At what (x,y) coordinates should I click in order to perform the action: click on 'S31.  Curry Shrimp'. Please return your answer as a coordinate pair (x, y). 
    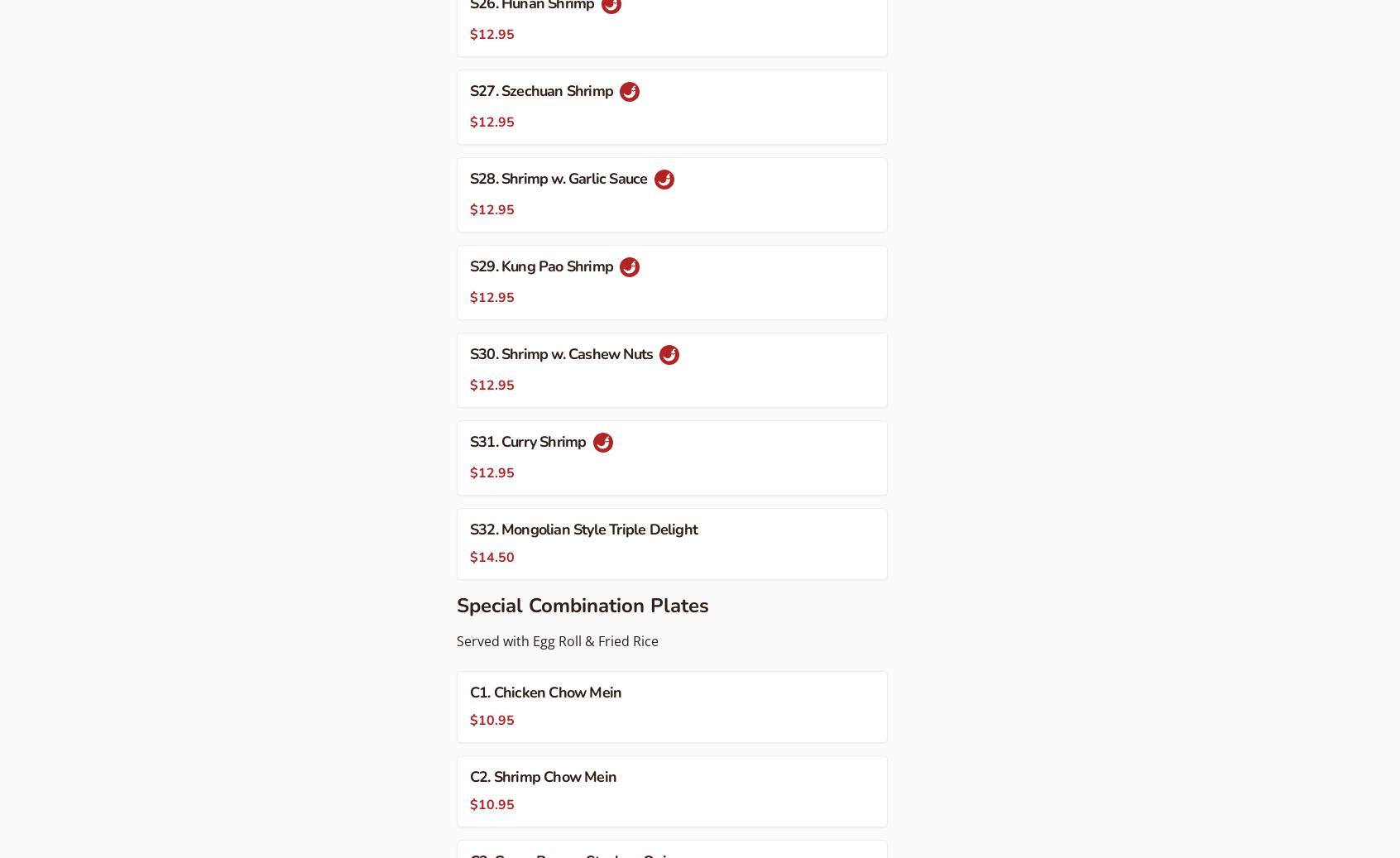
    Looking at the image, I should click on (530, 441).